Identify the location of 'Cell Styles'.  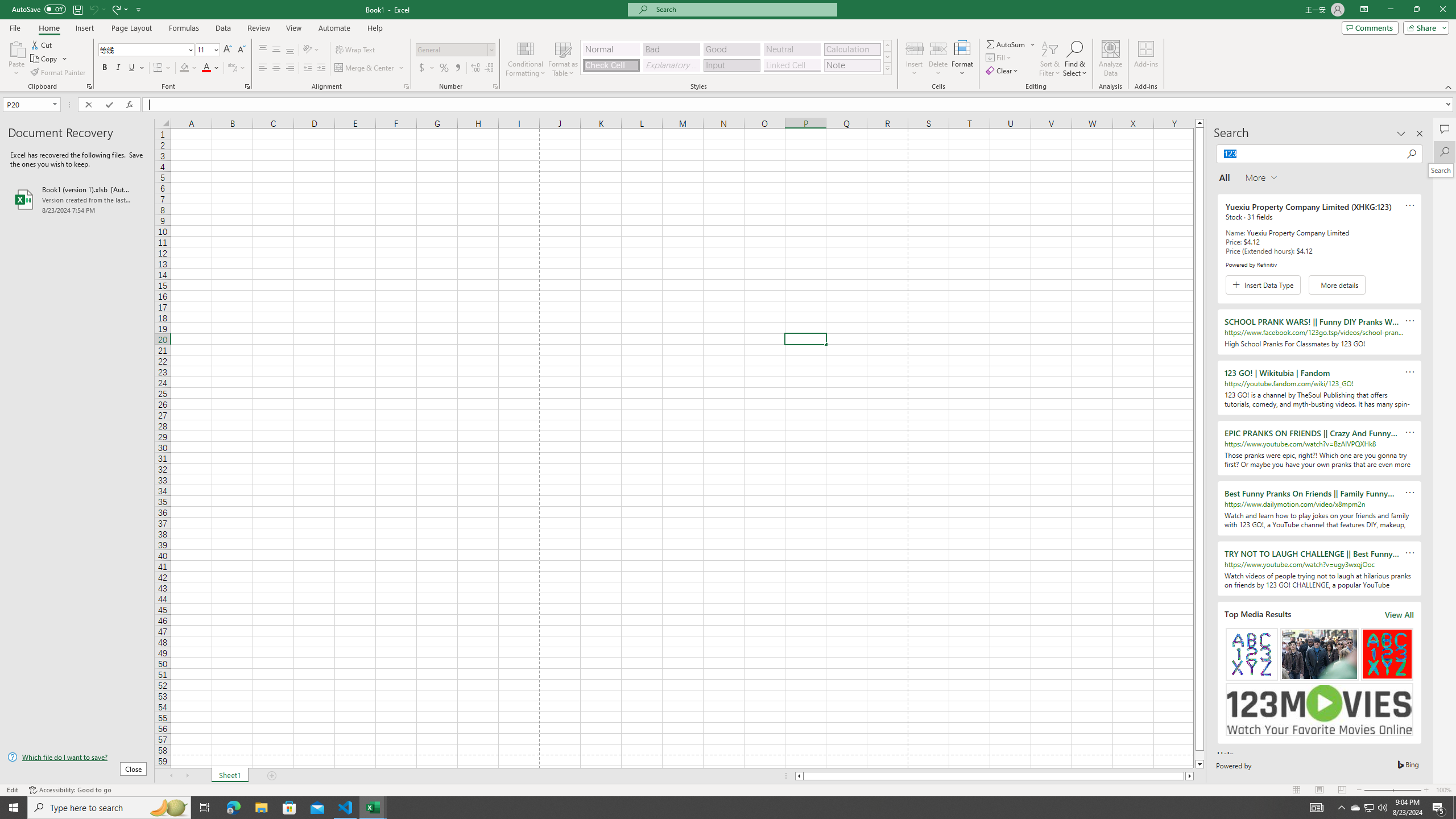
(887, 68).